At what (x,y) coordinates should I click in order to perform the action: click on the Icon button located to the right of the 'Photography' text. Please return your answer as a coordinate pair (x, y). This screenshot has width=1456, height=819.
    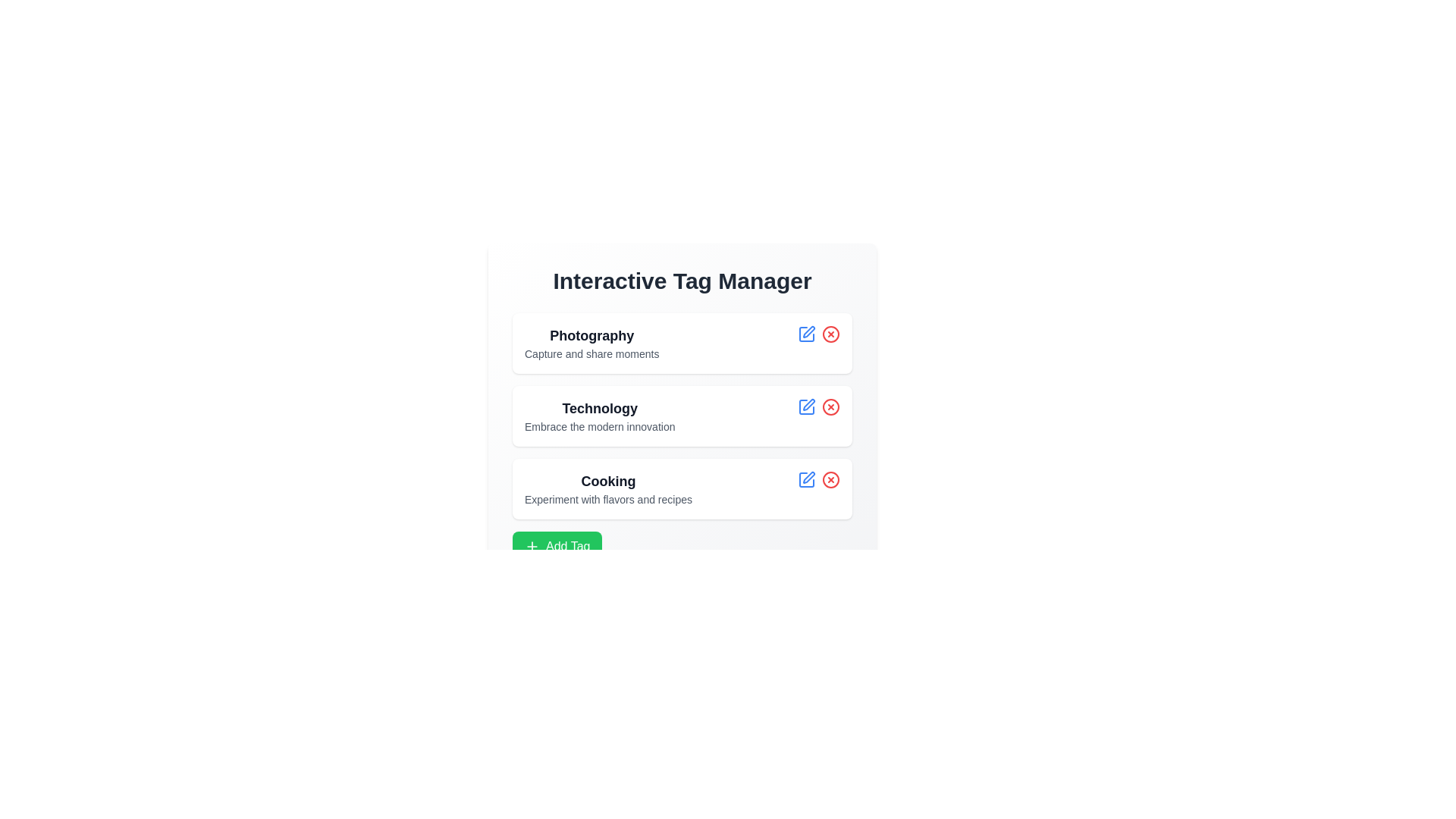
    Looking at the image, I should click on (806, 333).